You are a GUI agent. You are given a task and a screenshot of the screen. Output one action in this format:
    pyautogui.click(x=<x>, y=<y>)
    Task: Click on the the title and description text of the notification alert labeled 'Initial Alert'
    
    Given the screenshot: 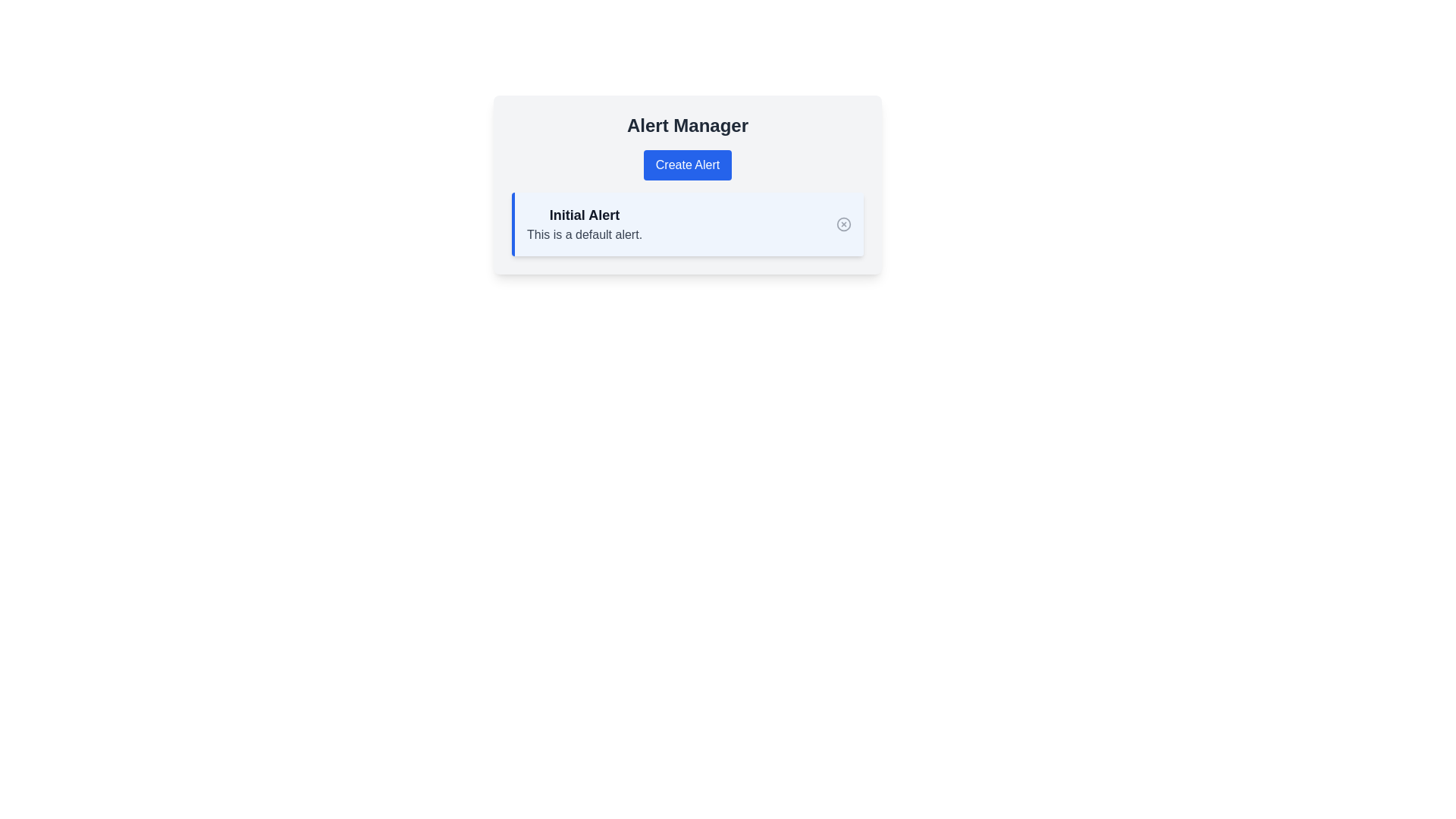 What is the action you would take?
    pyautogui.click(x=584, y=224)
    